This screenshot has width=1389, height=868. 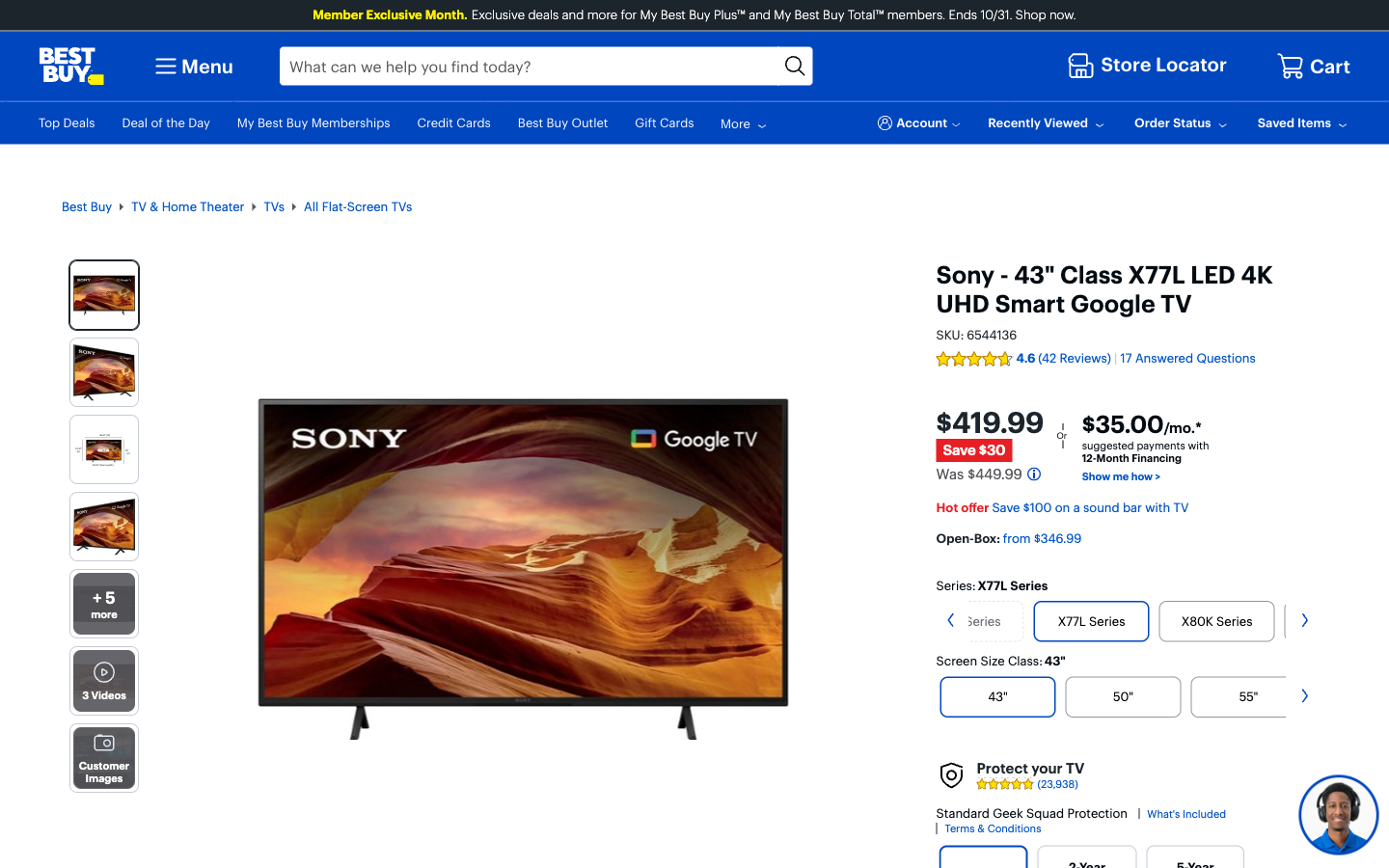 I want to click on Hit the icon situated at upper left corner to return to Best Buy home page, so click(x=71, y=66).